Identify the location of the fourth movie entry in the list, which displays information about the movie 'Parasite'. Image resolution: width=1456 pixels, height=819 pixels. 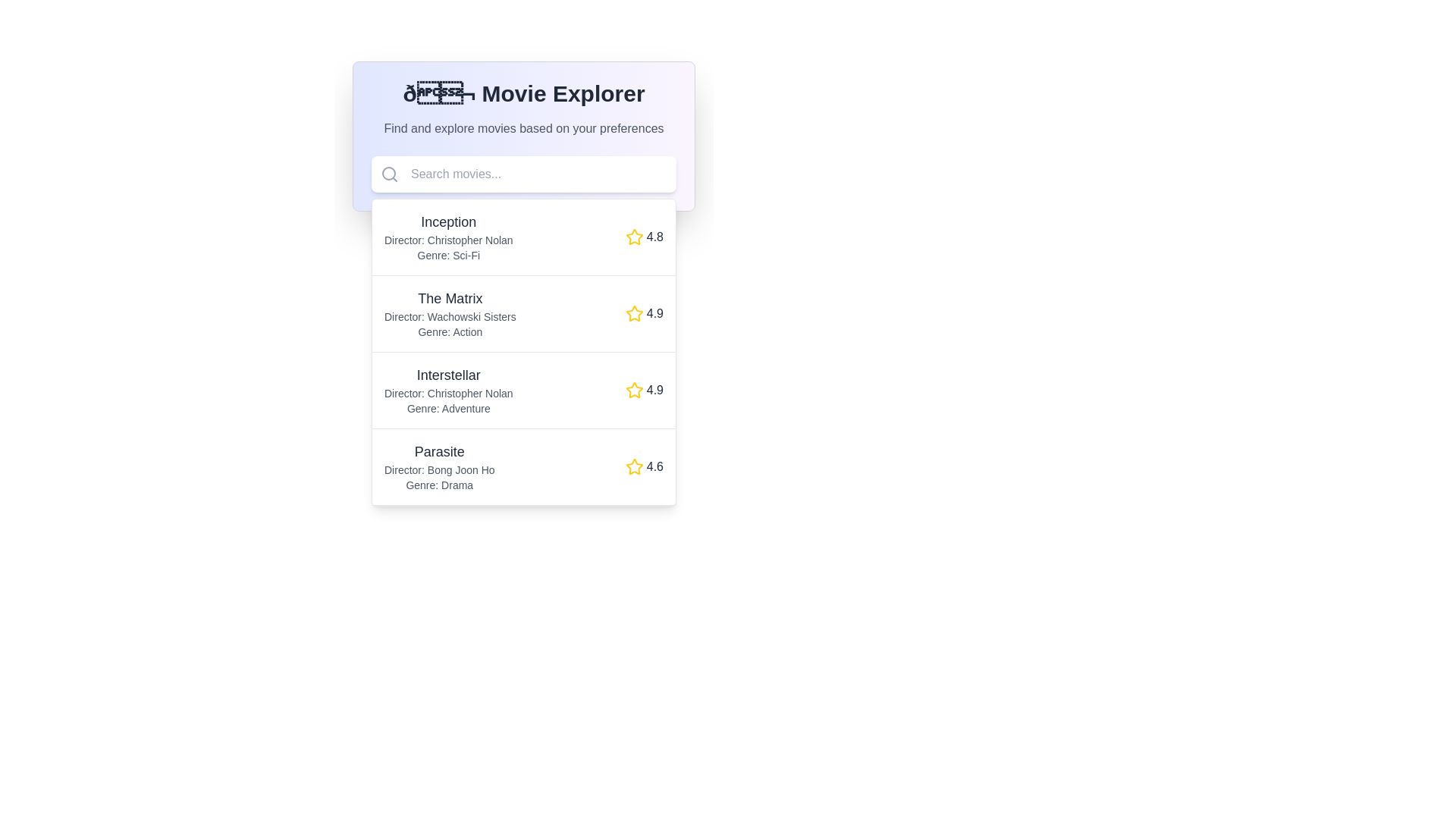
(524, 466).